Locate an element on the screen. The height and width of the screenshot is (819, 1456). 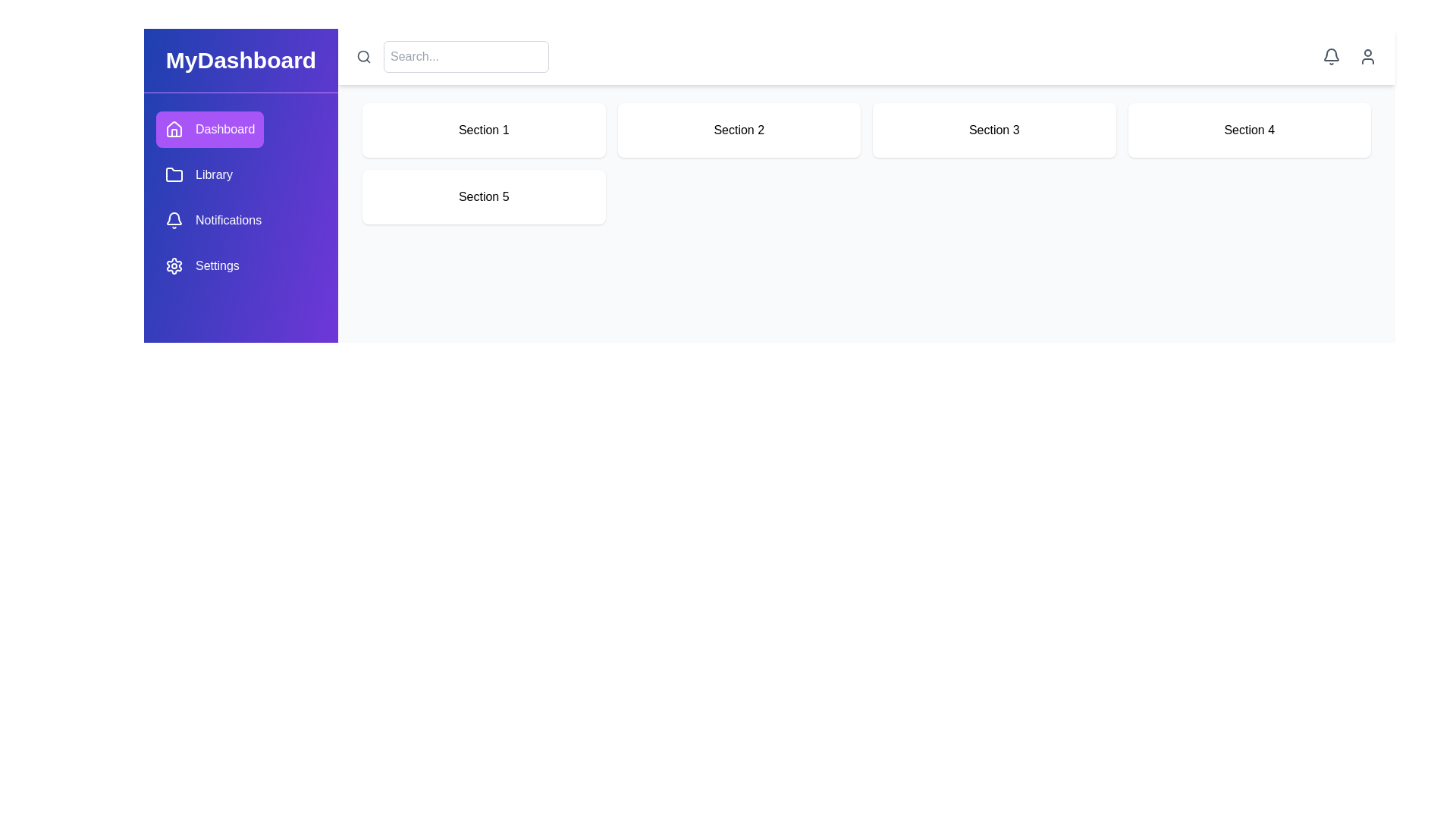
the 'MyDashboard' Text header element, which is a bold, large-sized text in white with a gradient background transitioning from blue to purple, located in the top-left section of the vertical sidebar is located at coordinates (240, 60).